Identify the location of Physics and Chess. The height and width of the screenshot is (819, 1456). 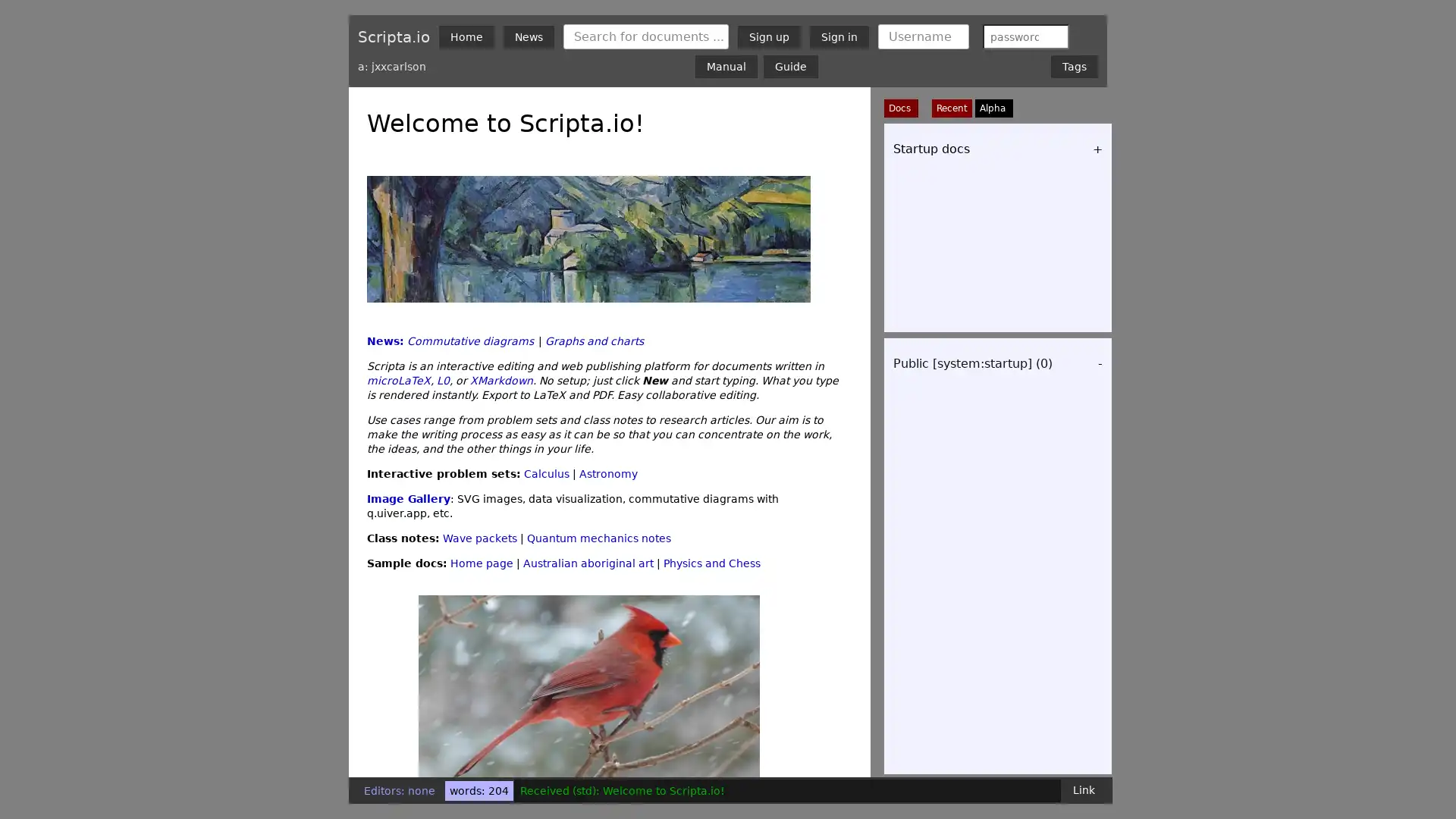
(711, 563).